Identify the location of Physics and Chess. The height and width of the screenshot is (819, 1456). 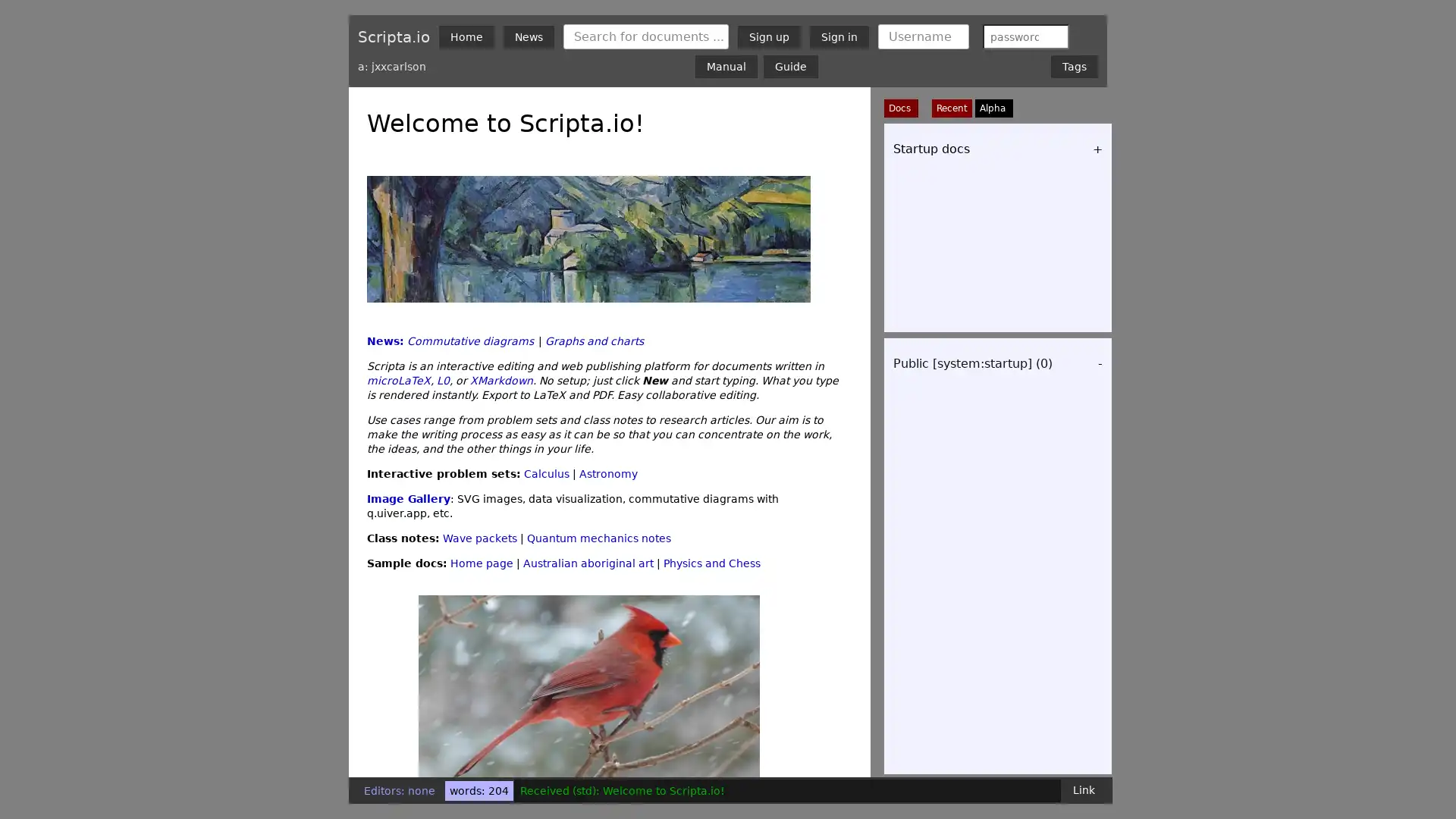
(711, 563).